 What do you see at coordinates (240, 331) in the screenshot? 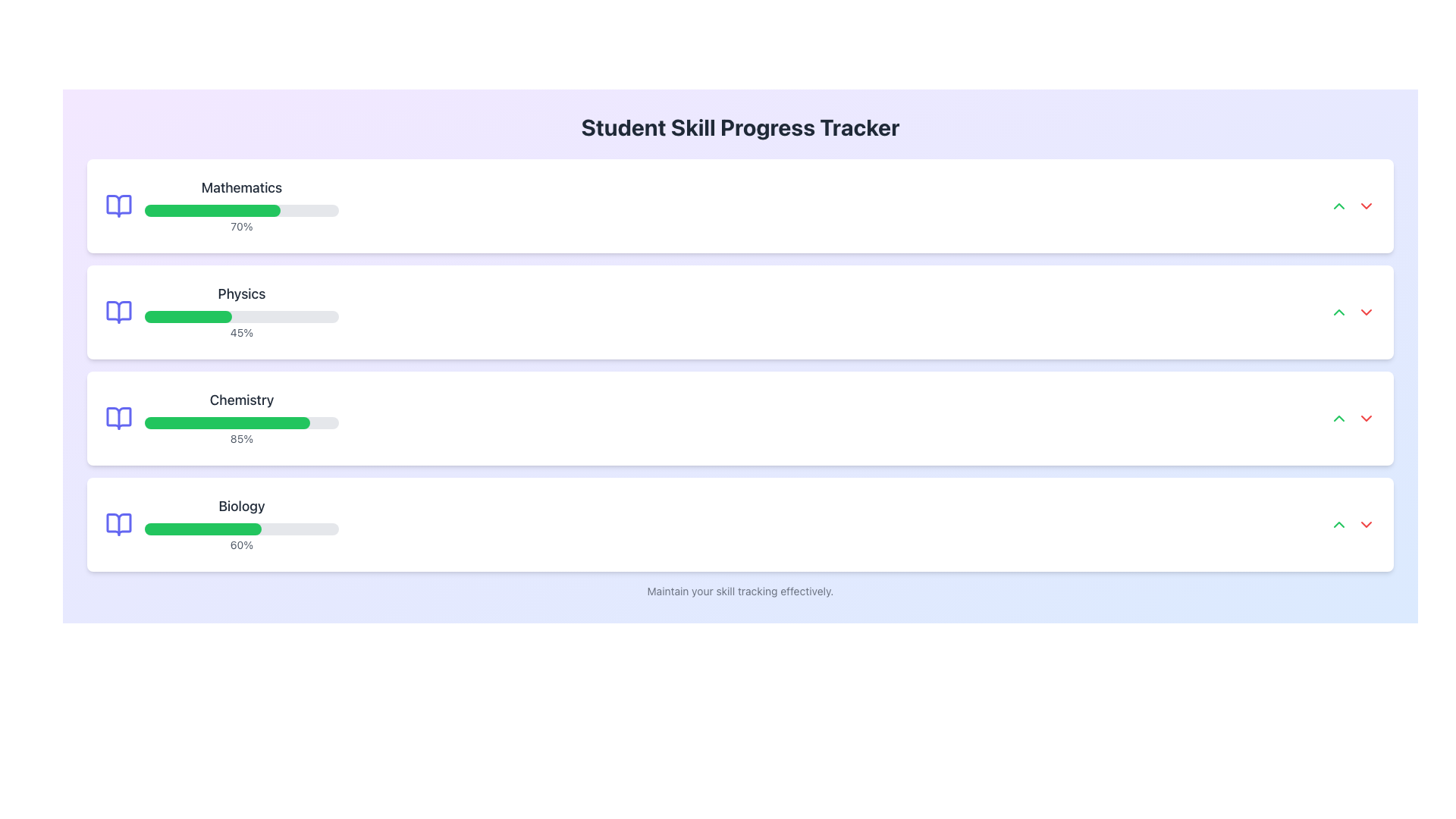
I see `the text label indicating percentage completion in the Physics section, located below the green progress bar` at bounding box center [240, 331].